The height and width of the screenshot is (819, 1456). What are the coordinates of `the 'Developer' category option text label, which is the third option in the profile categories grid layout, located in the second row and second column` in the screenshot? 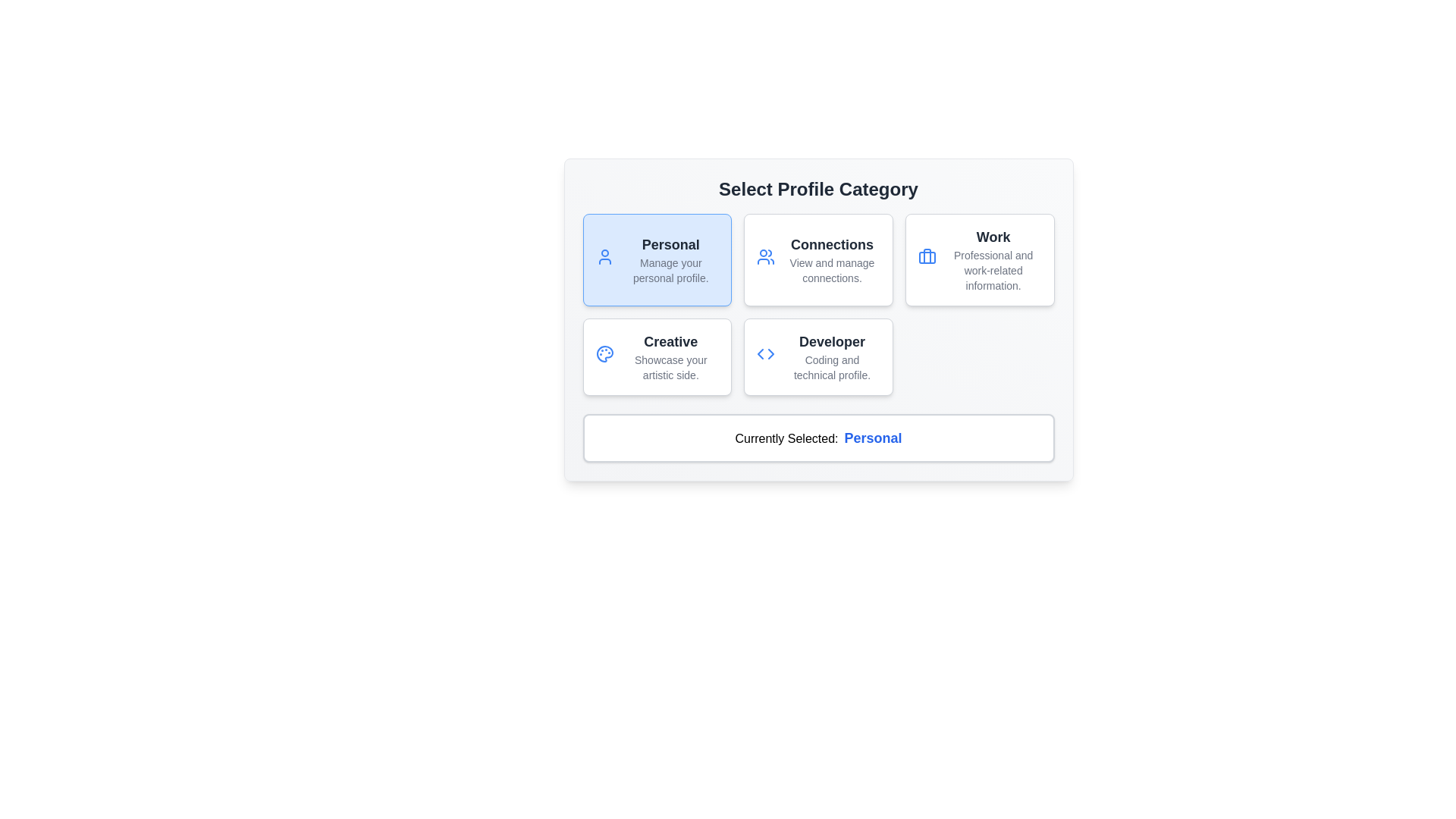 It's located at (831, 356).